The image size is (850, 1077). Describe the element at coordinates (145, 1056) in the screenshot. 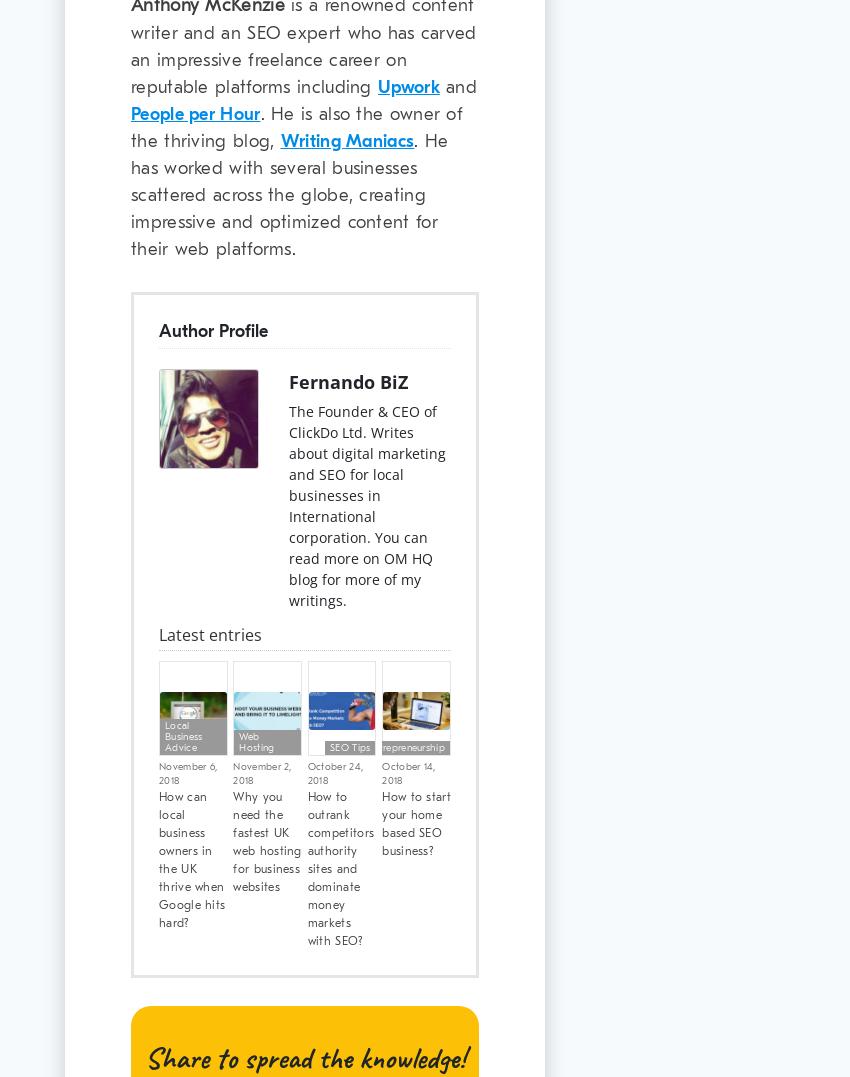

I see `'Share to spread the knowledge!'` at that location.